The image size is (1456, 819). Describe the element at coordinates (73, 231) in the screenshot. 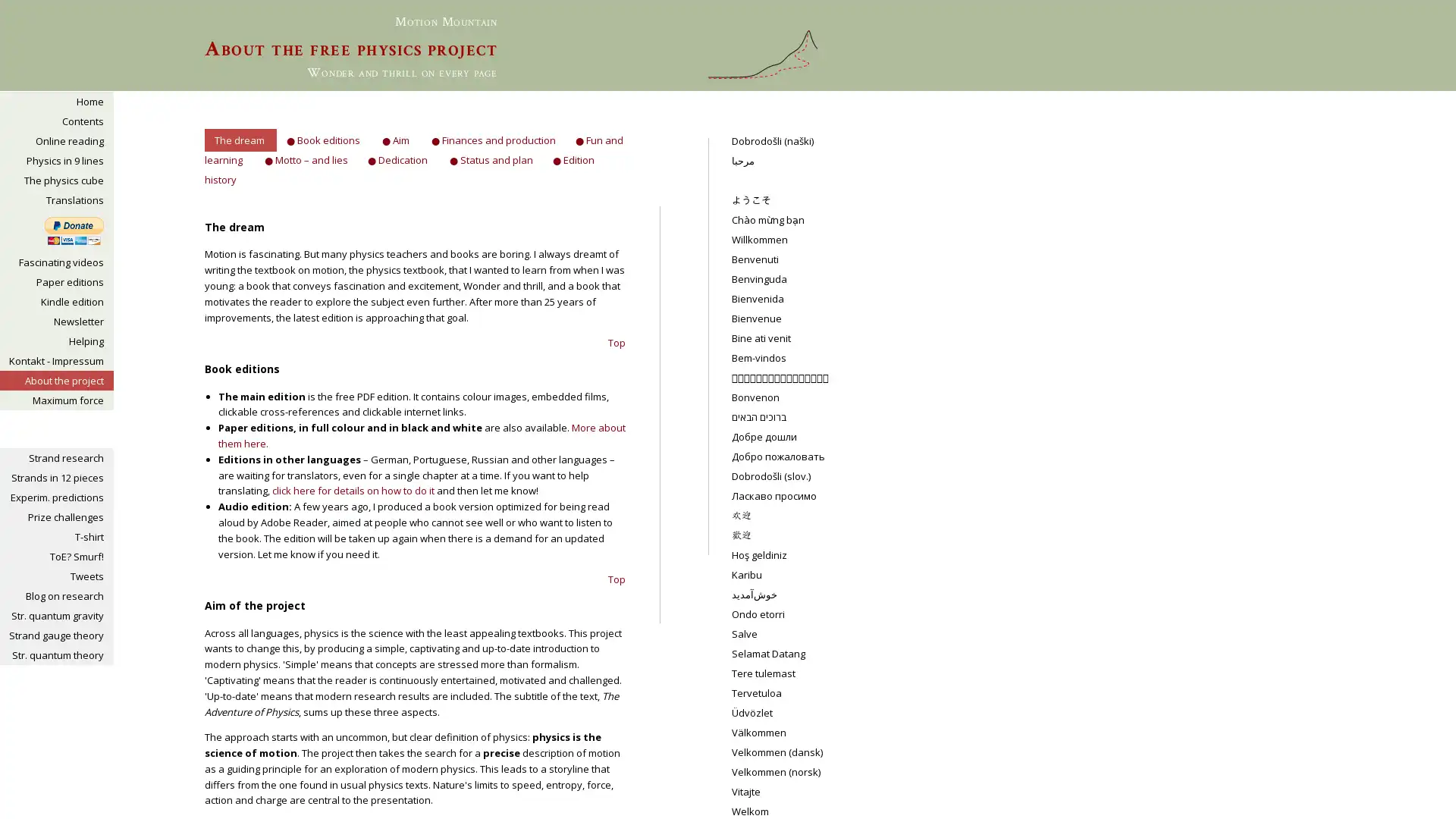

I see `| Donate Button |` at that location.